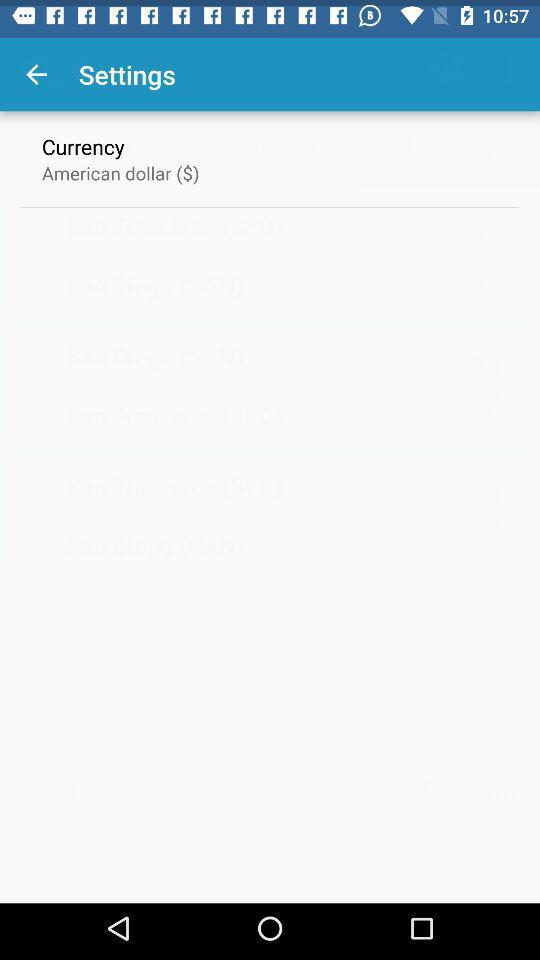 The width and height of the screenshot is (540, 960). I want to click on the icon next to the settings app, so click(36, 68).